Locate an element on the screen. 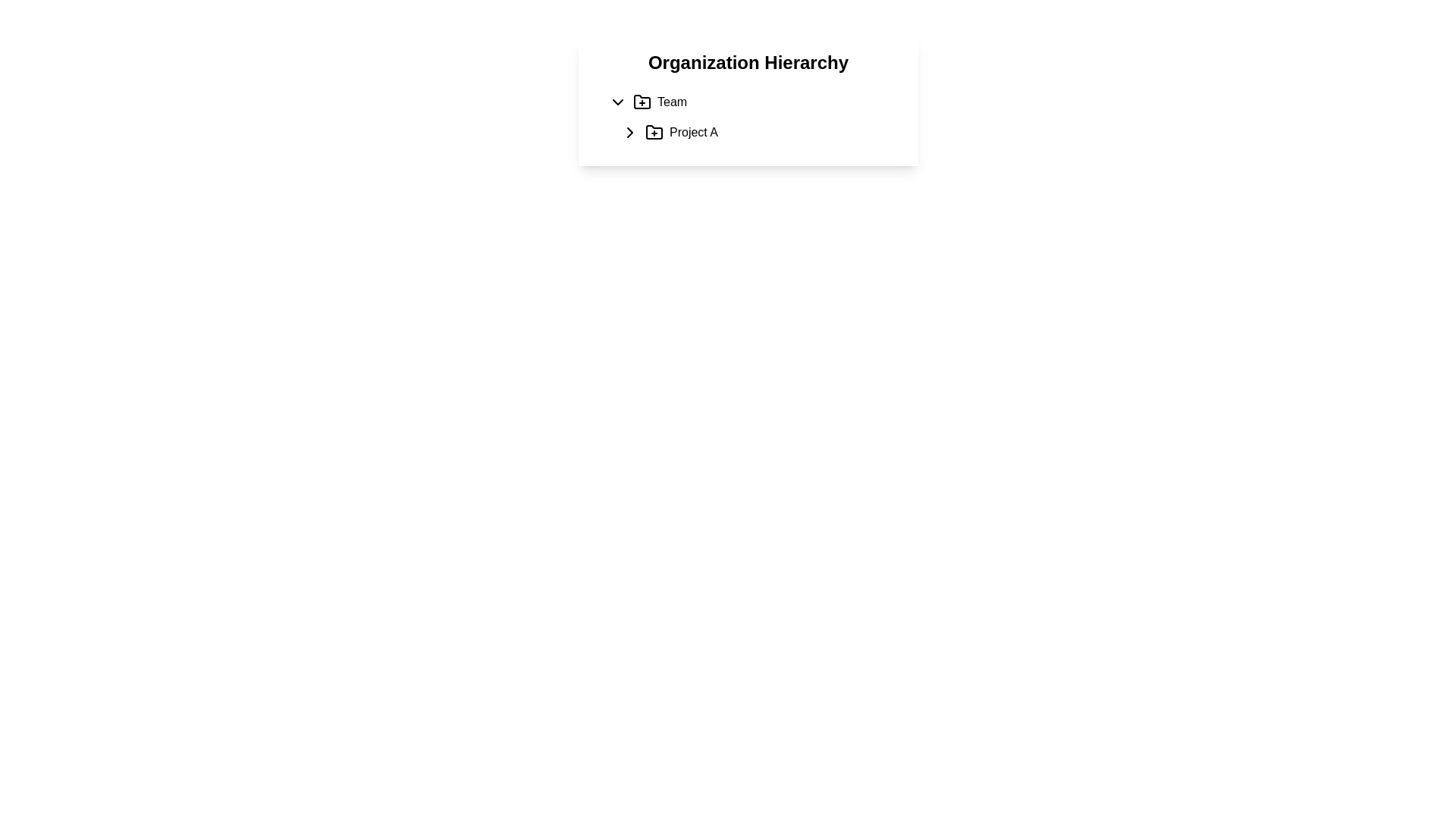 The image size is (1456, 819). the curved rectangle icon that resembles a file folder silhouette associated with 'Project A' in the organizational hierarchy display is located at coordinates (654, 130).